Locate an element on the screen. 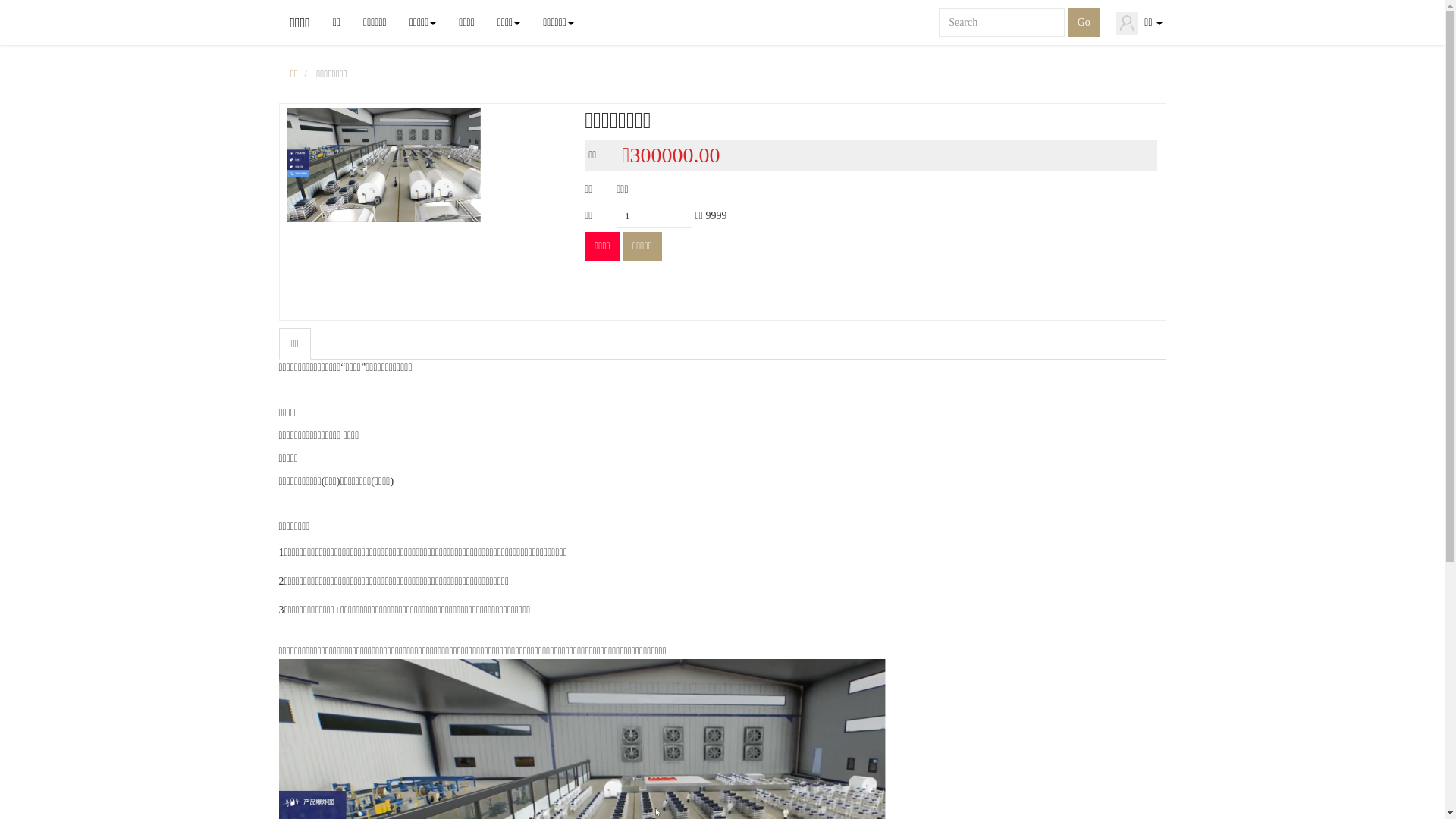 The image size is (1456, 819). 'Go' is located at coordinates (1083, 23).